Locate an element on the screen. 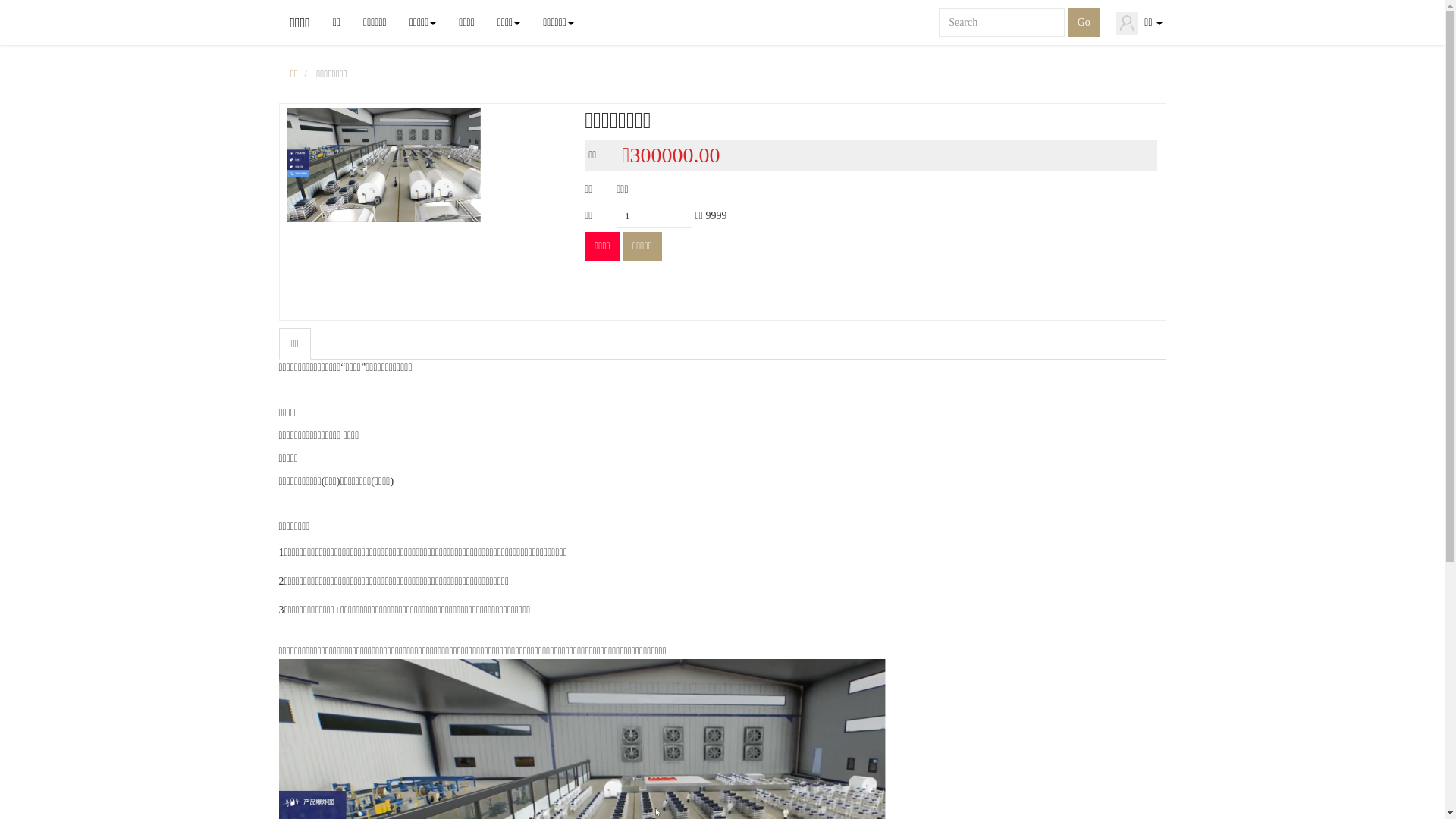 The image size is (1456, 819). 'Go' is located at coordinates (1083, 23).